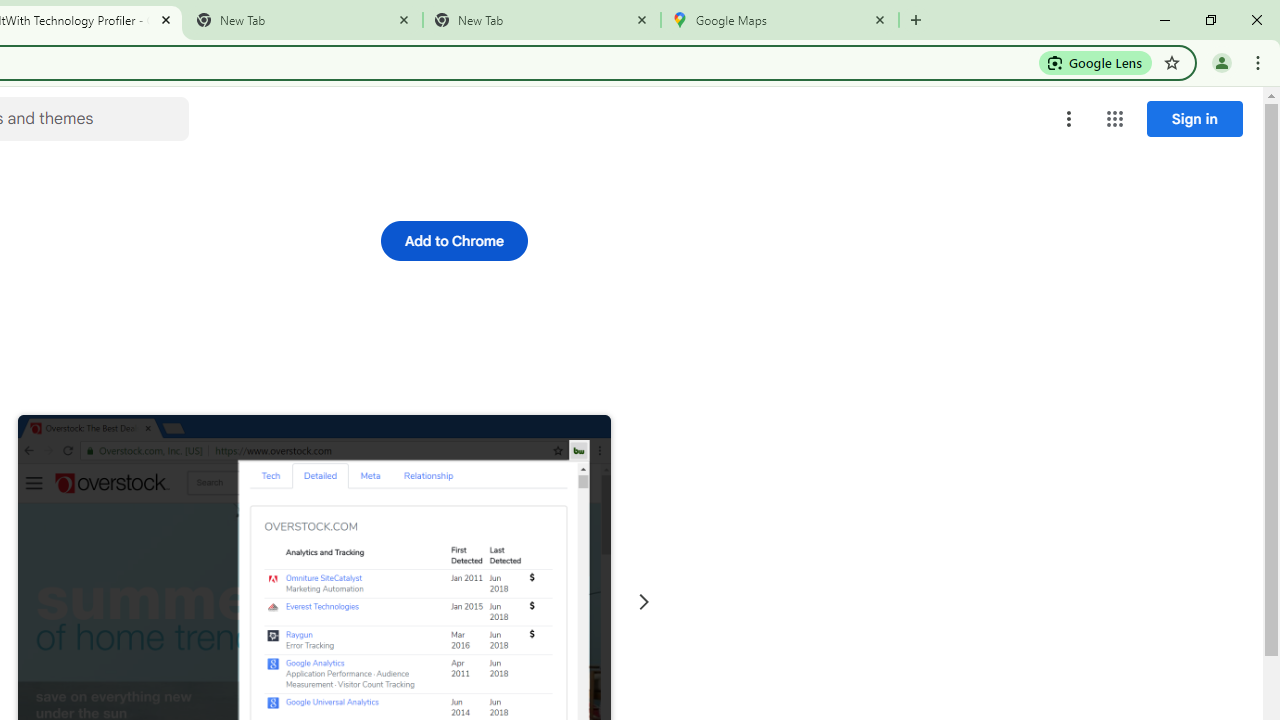 The width and height of the screenshot is (1280, 720). I want to click on 'Google Maps', so click(778, 20).